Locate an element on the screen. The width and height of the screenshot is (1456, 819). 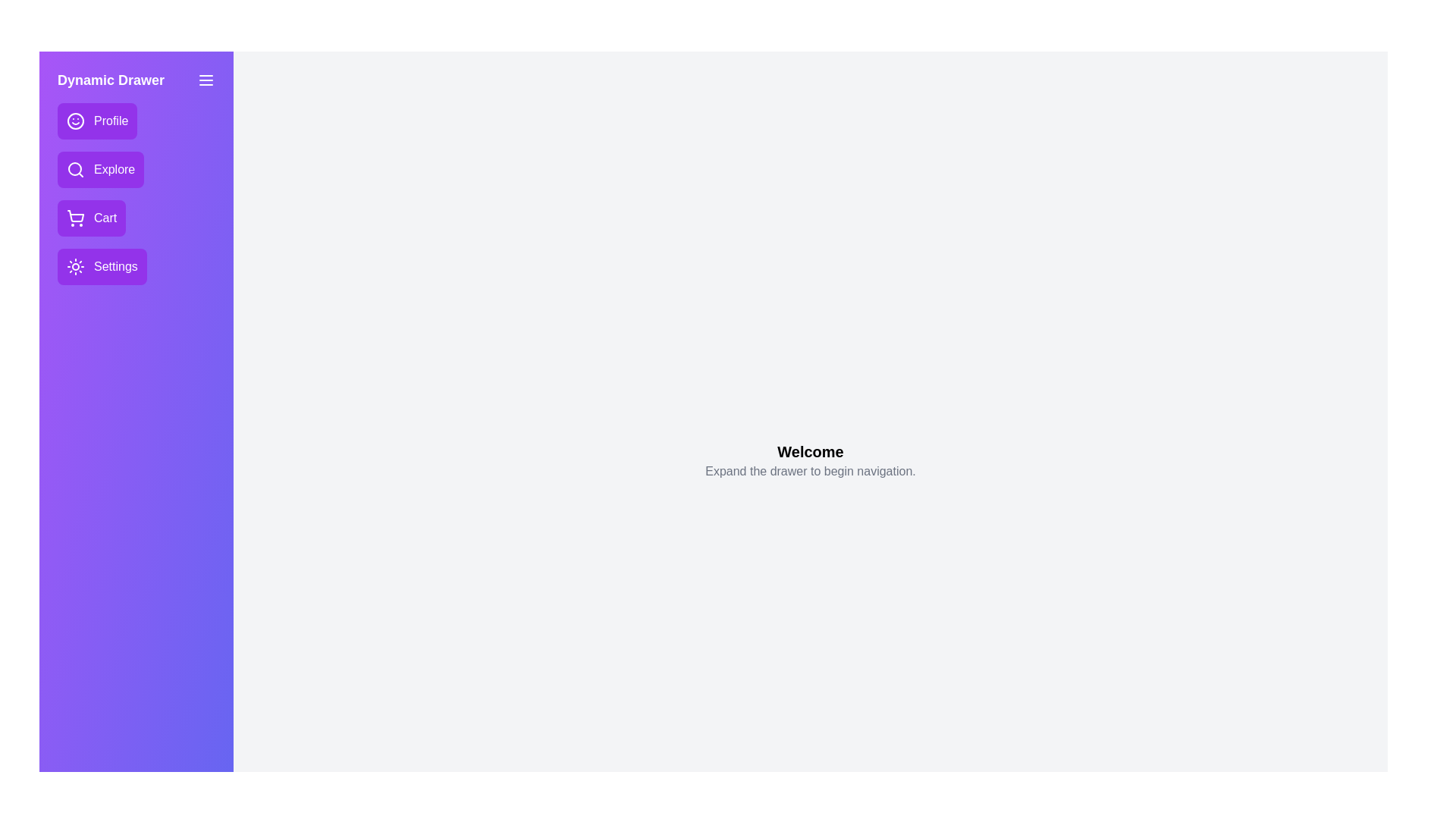
menu button to toggle the drawer is located at coordinates (206, 80).